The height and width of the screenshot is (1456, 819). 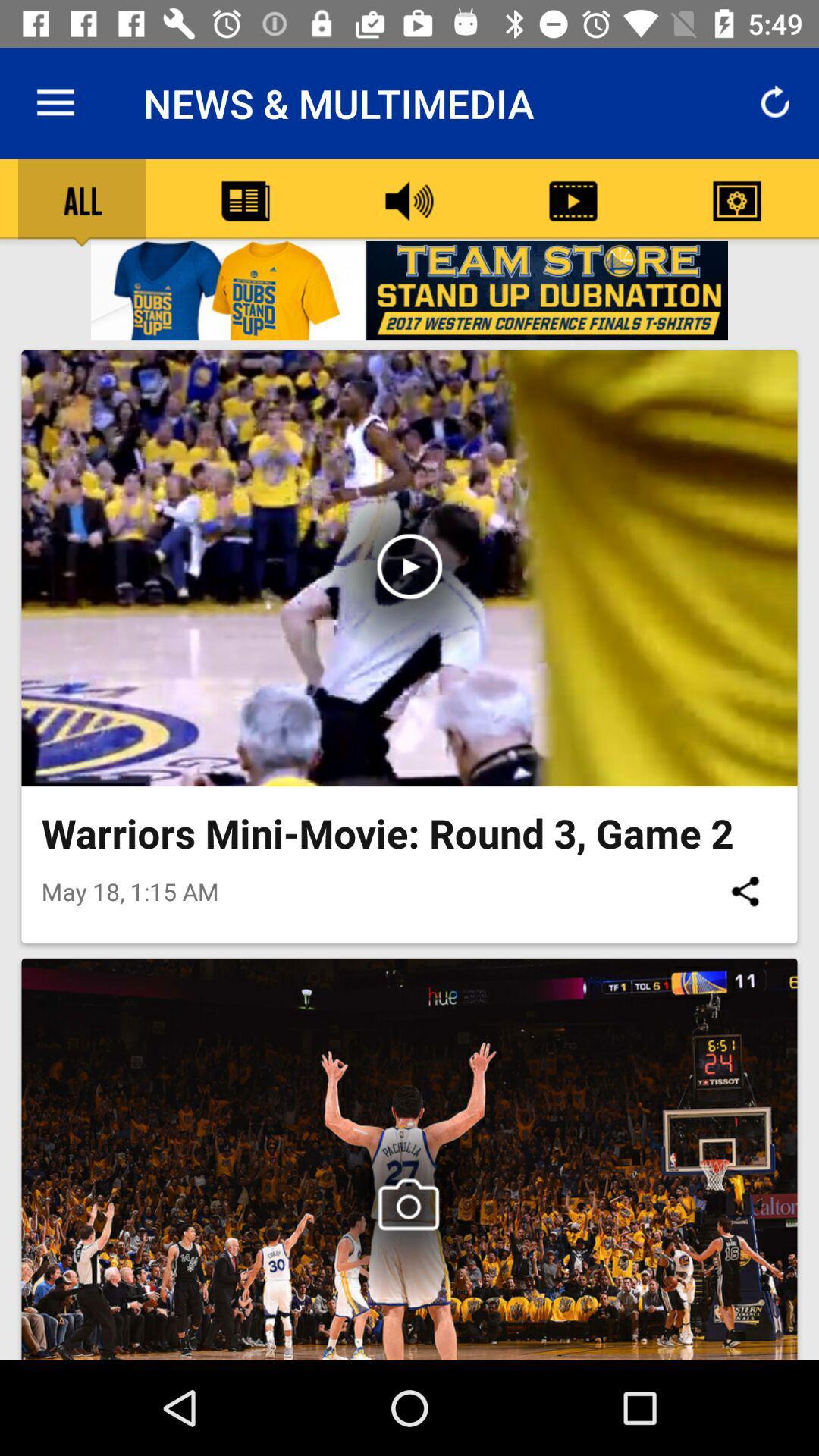 What do you see at coordinates (744, 891) in the screenshot?
I see `the icon below warriors mini movie` at bounding box center [744, 891].